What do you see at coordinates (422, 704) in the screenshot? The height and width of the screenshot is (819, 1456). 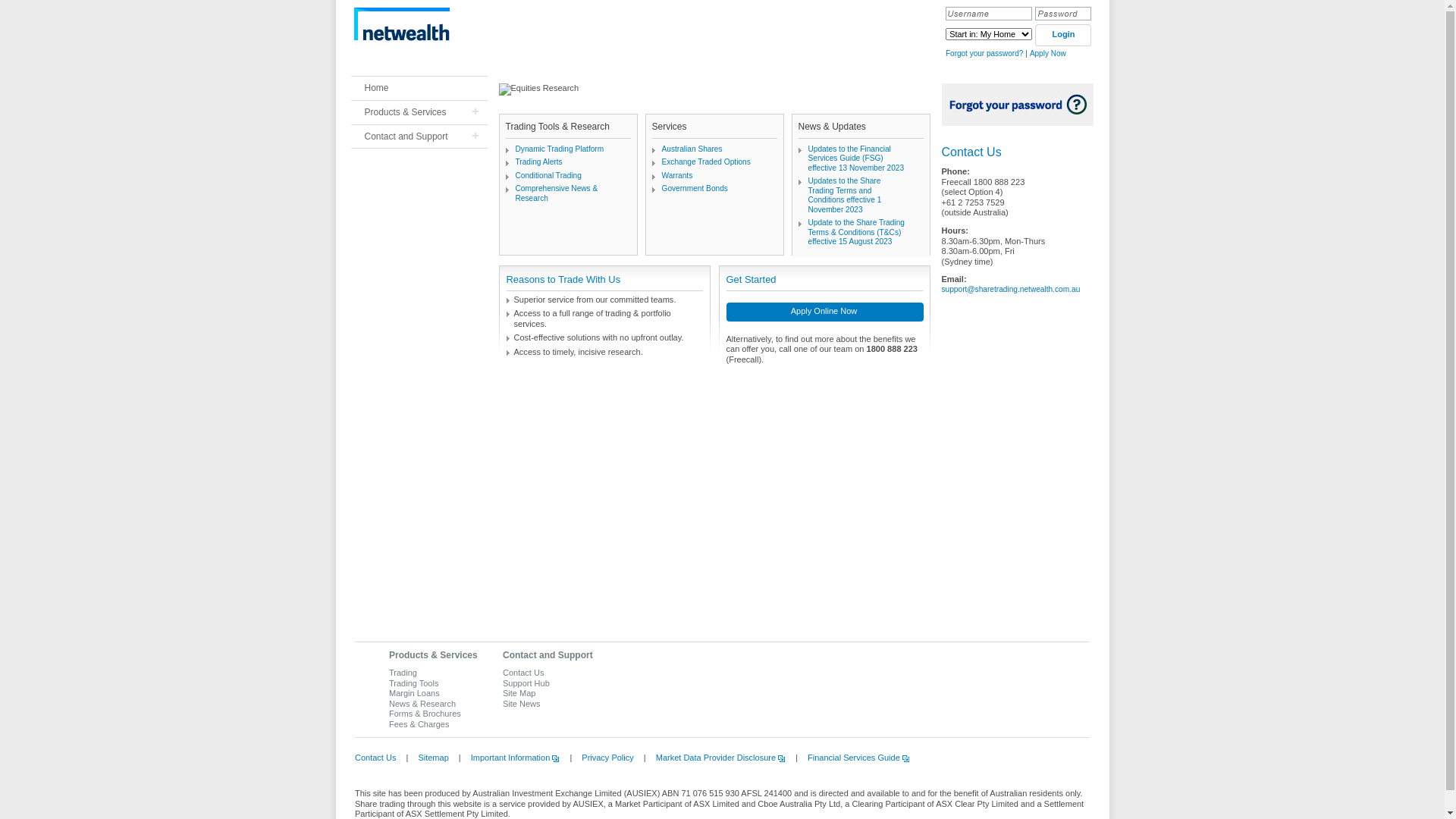 I see `'News & Research'` at bounding box center [422, 704].